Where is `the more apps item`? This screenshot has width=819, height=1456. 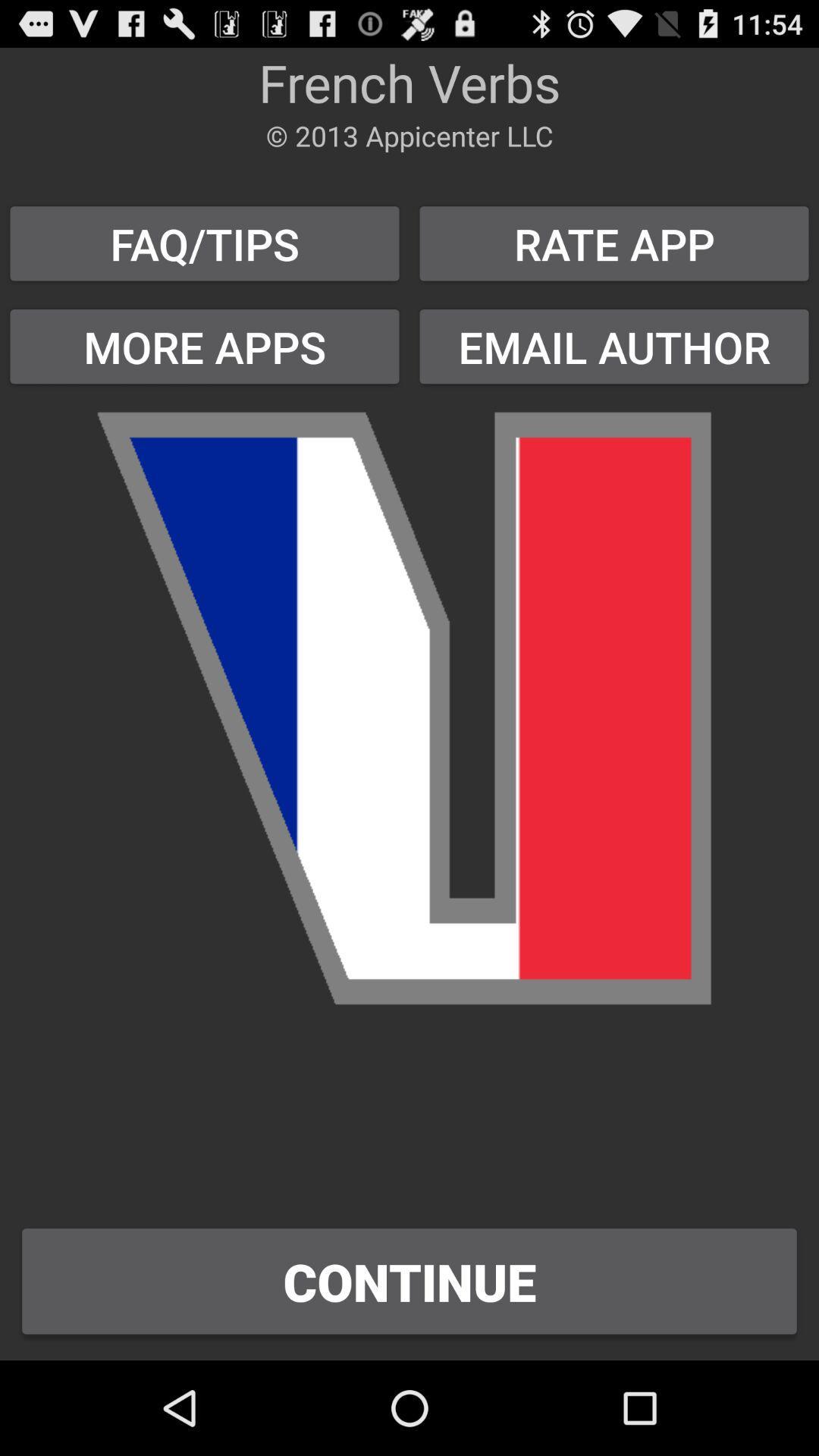
the more apps item is located at coordinates (205, 346).